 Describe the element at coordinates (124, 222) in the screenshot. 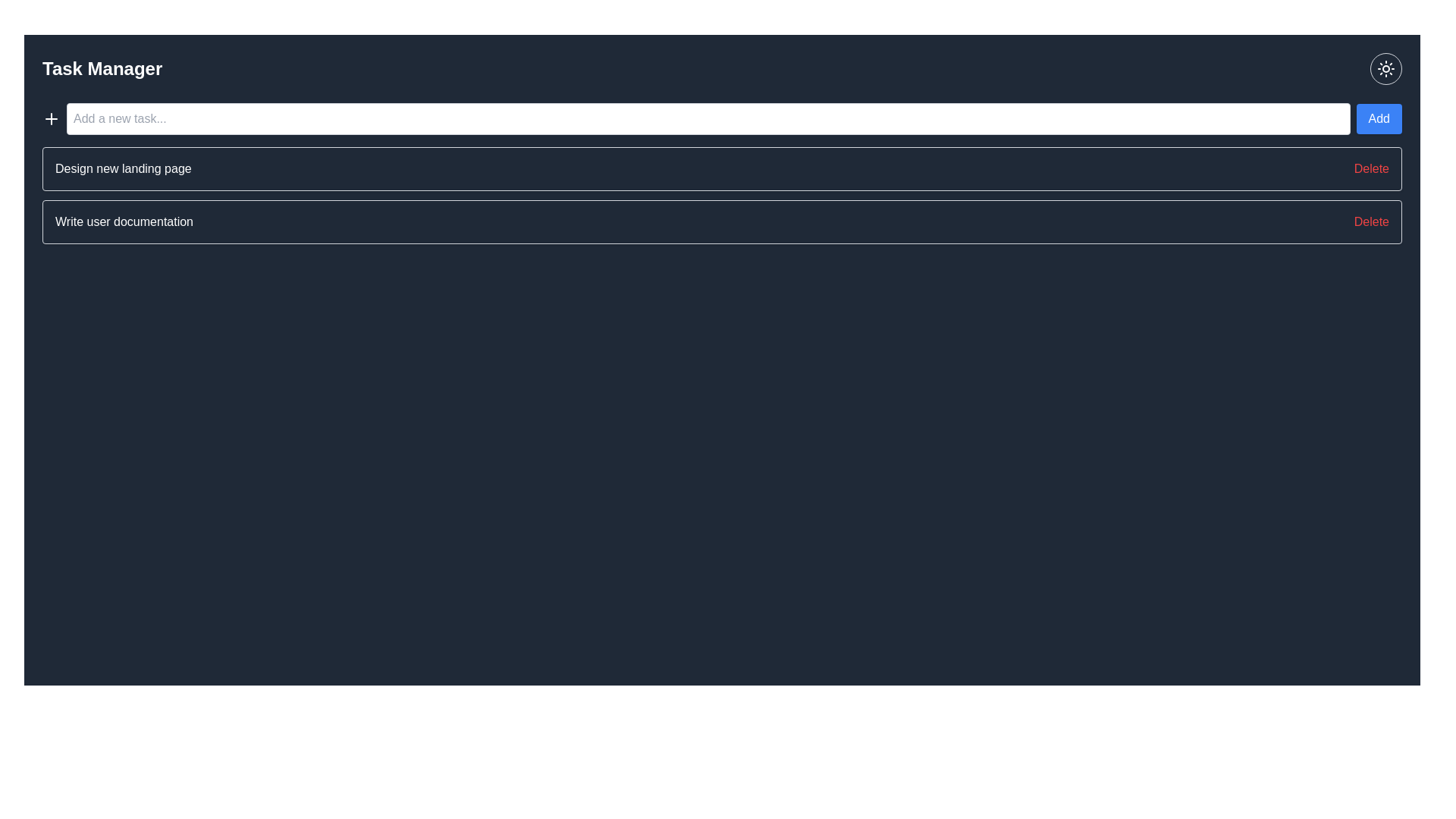

I see `the text label displaying 'Write user documentation' which is part of the task list, positioned to the left of the red 'Delete' button` at that location.